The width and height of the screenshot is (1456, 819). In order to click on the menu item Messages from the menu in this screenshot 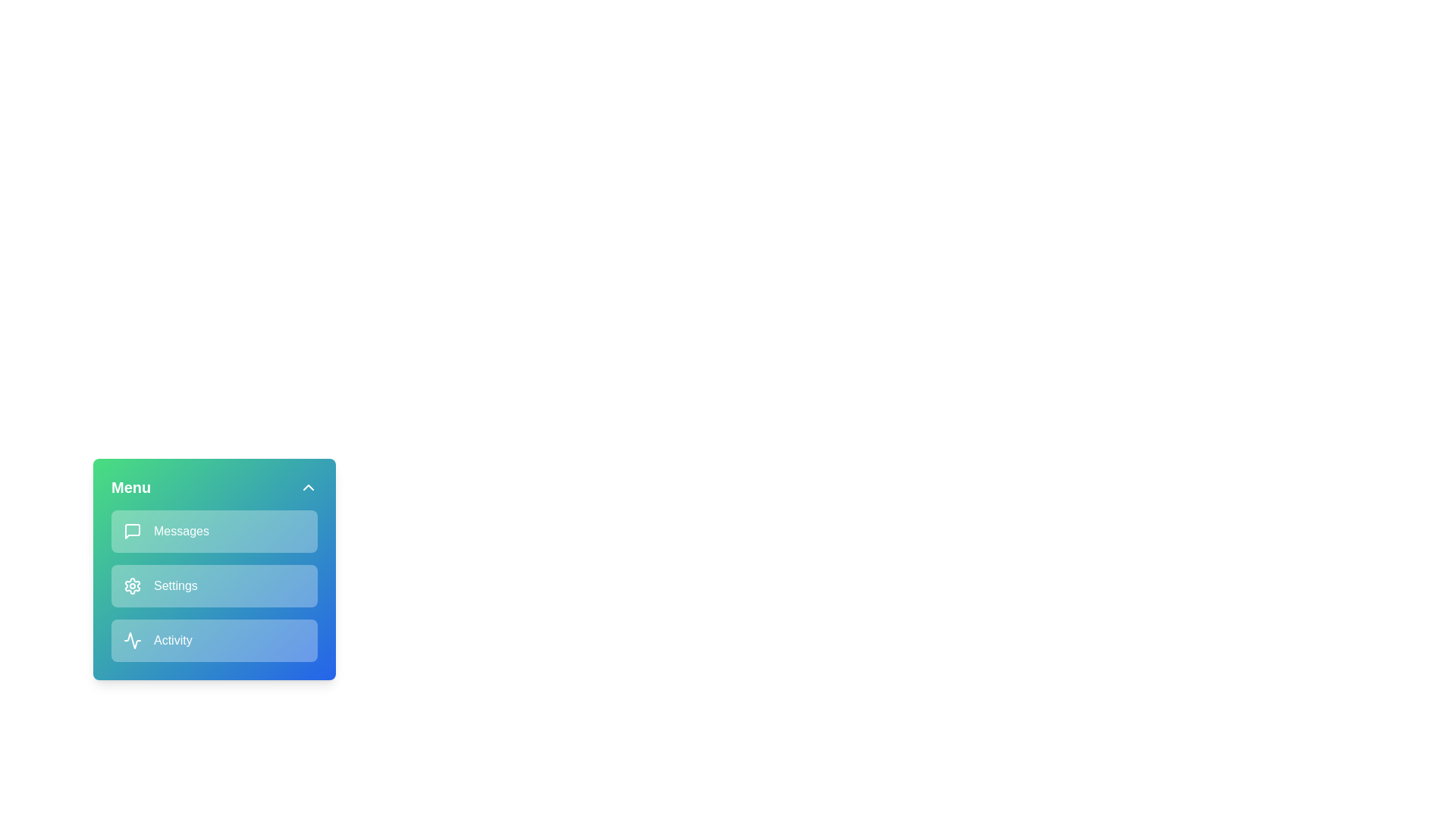, I will do `click(214, 531)`.